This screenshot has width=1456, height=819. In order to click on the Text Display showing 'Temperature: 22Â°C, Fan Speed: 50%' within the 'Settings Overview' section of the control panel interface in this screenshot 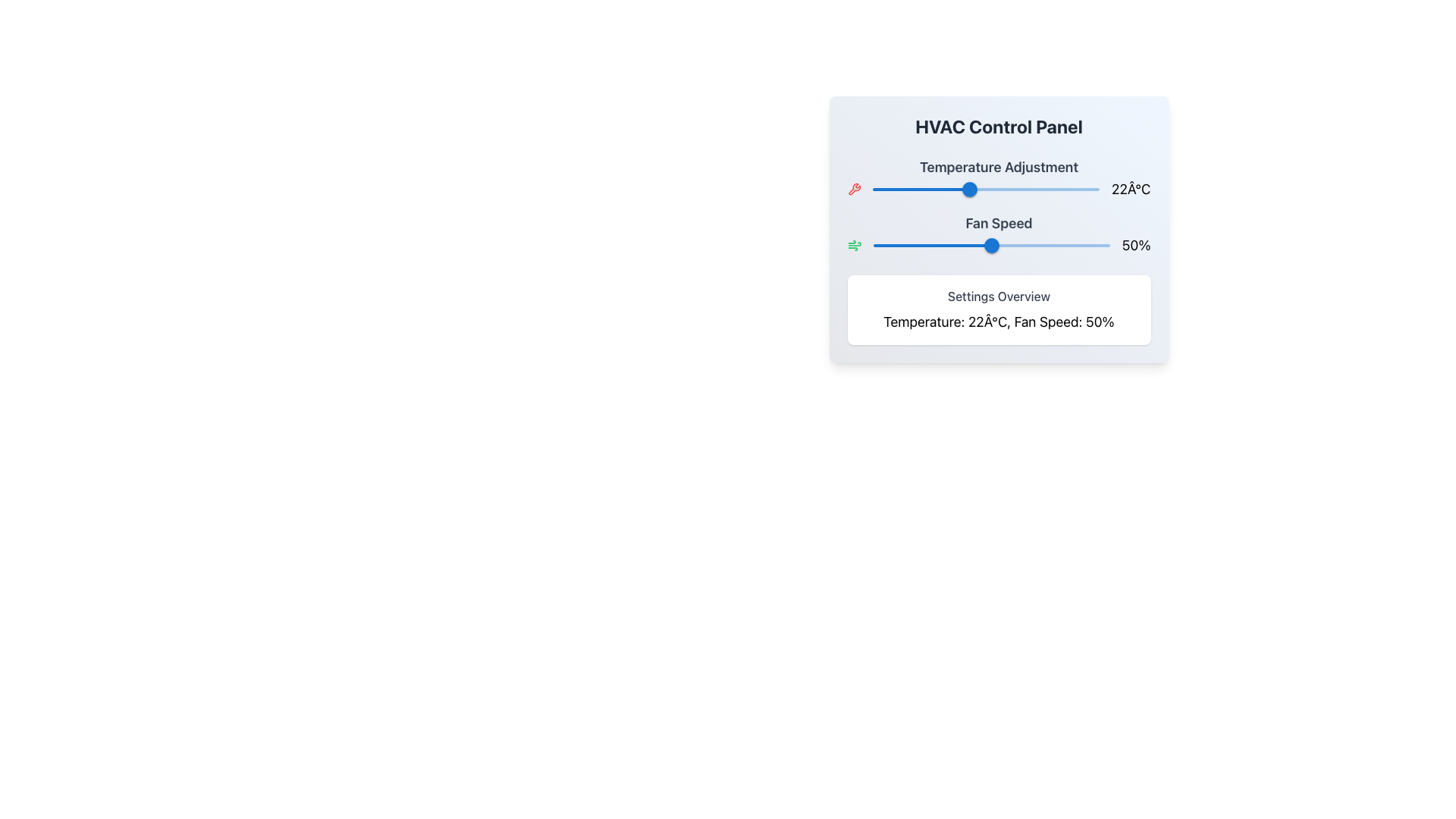, I will do `click(999, 321)`.